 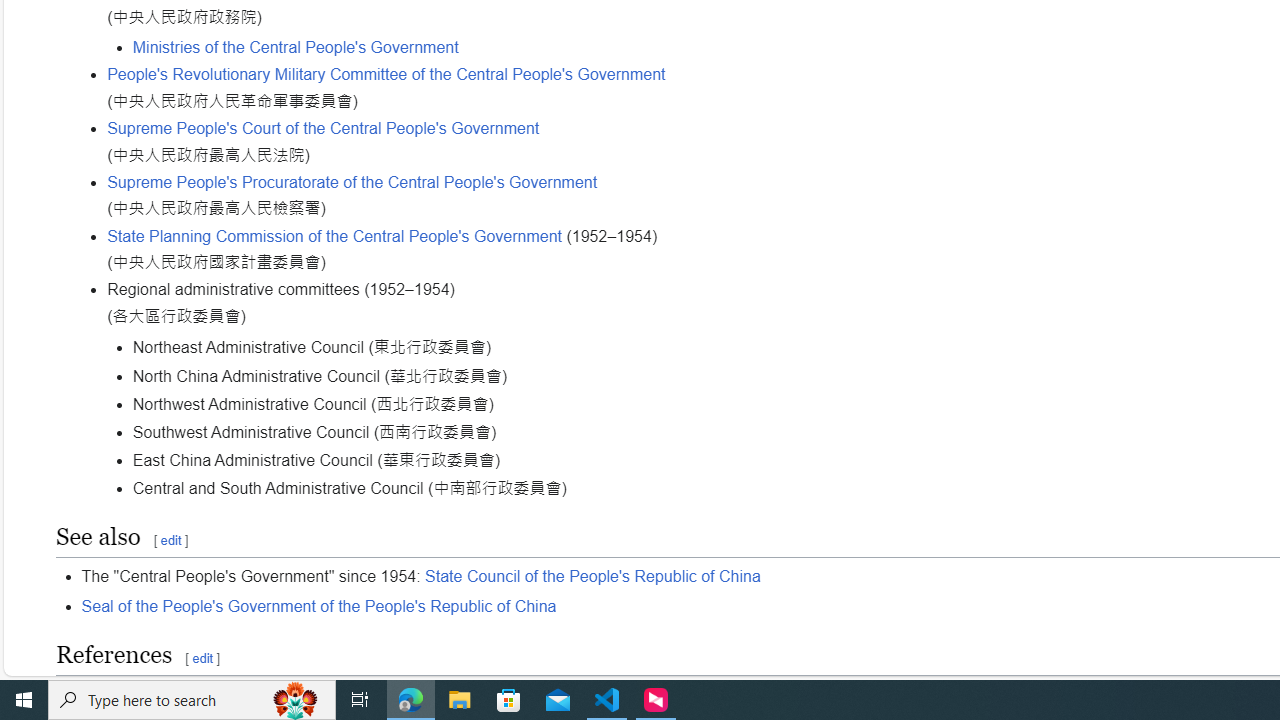 What do you see at coordinates (294, 46) in the screenshot?
I see `'Ministries of the Central People'` at bounding box center [294, 46].